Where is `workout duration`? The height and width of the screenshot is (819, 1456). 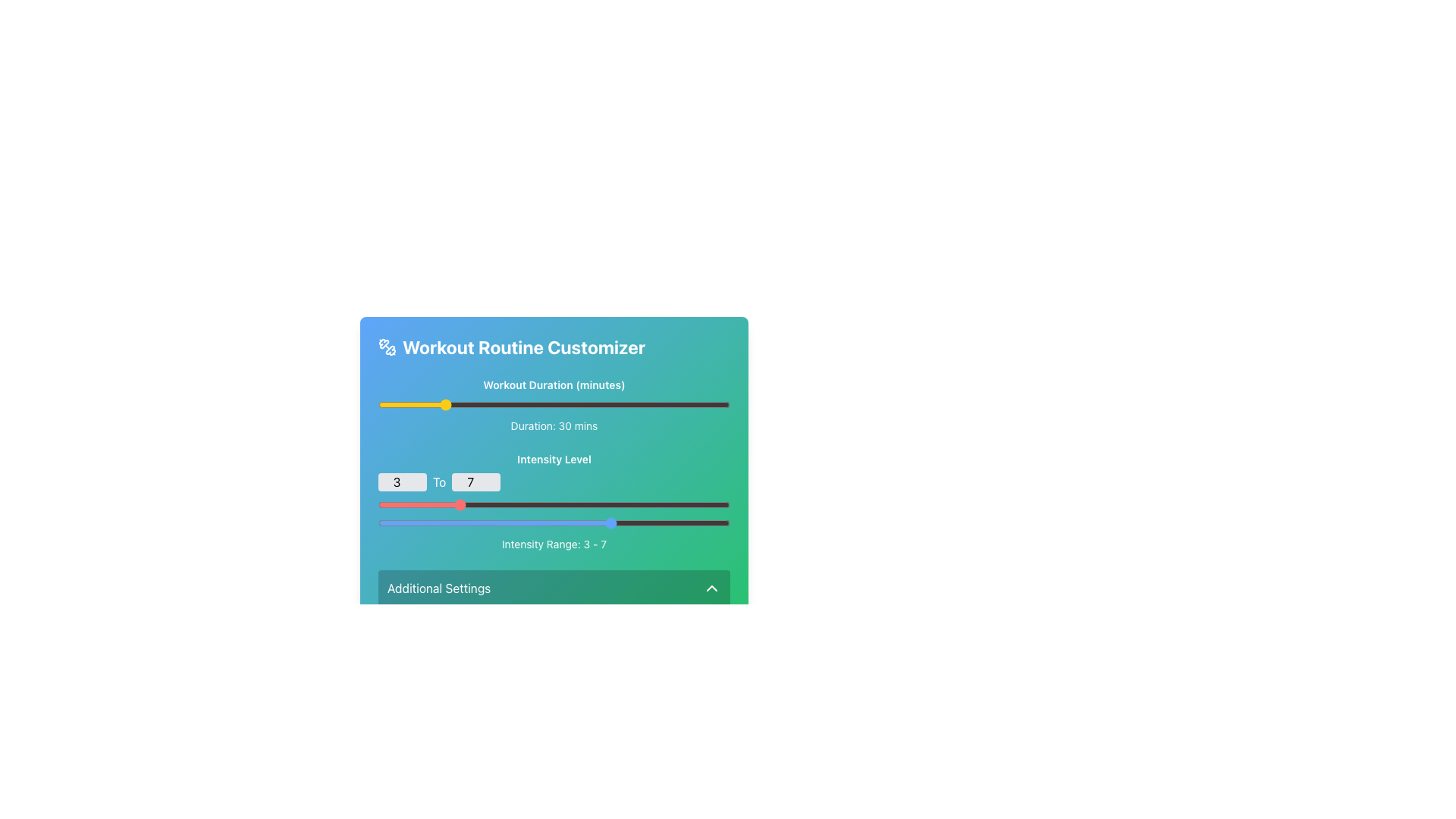
workout duration is located at coordinates (582, 403).